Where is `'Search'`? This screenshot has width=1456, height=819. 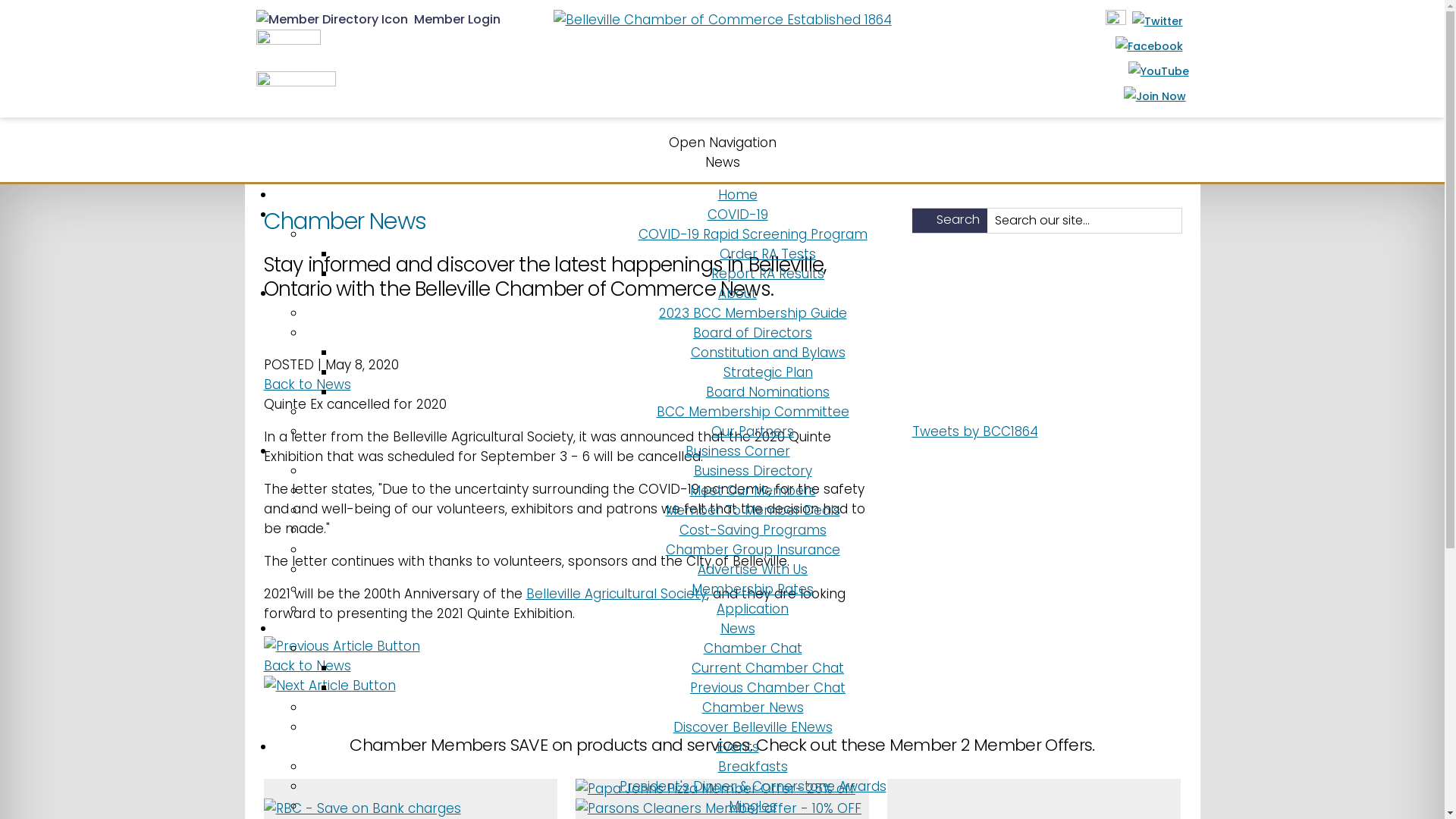
'Search' is located at coordinates (958, 215).